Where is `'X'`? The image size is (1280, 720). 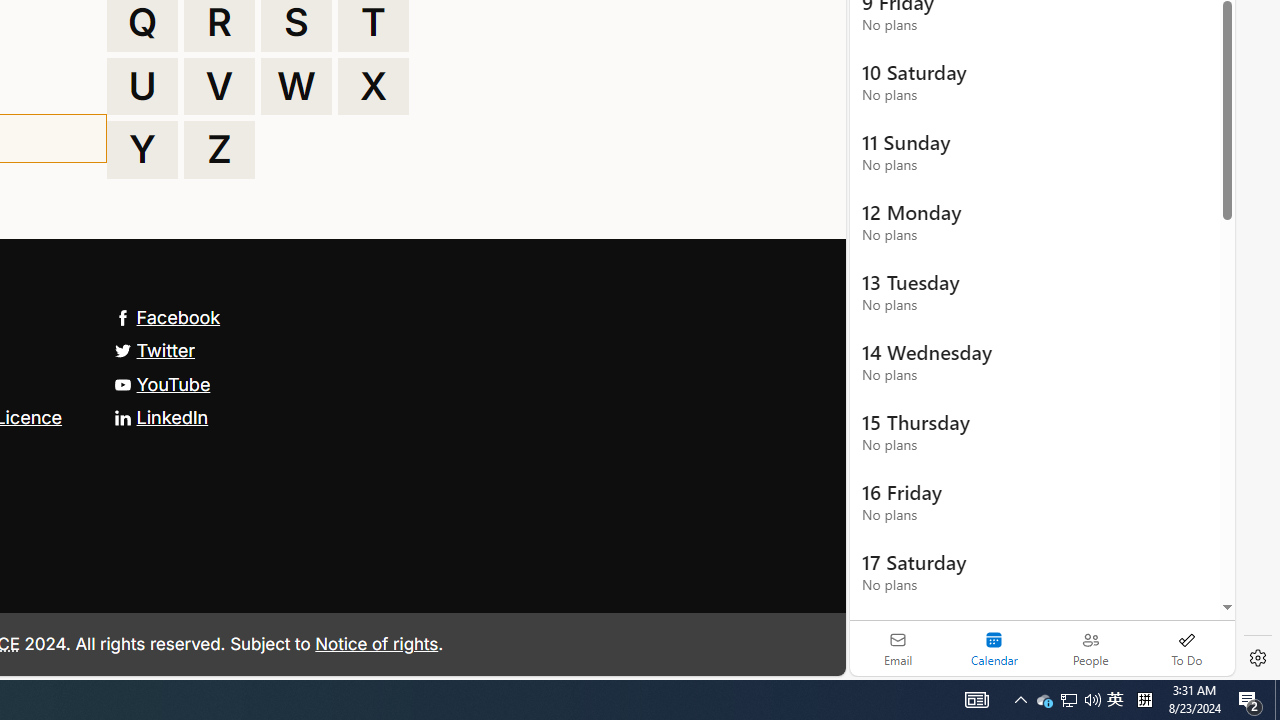 'X' is located at coordinates (373, 85).